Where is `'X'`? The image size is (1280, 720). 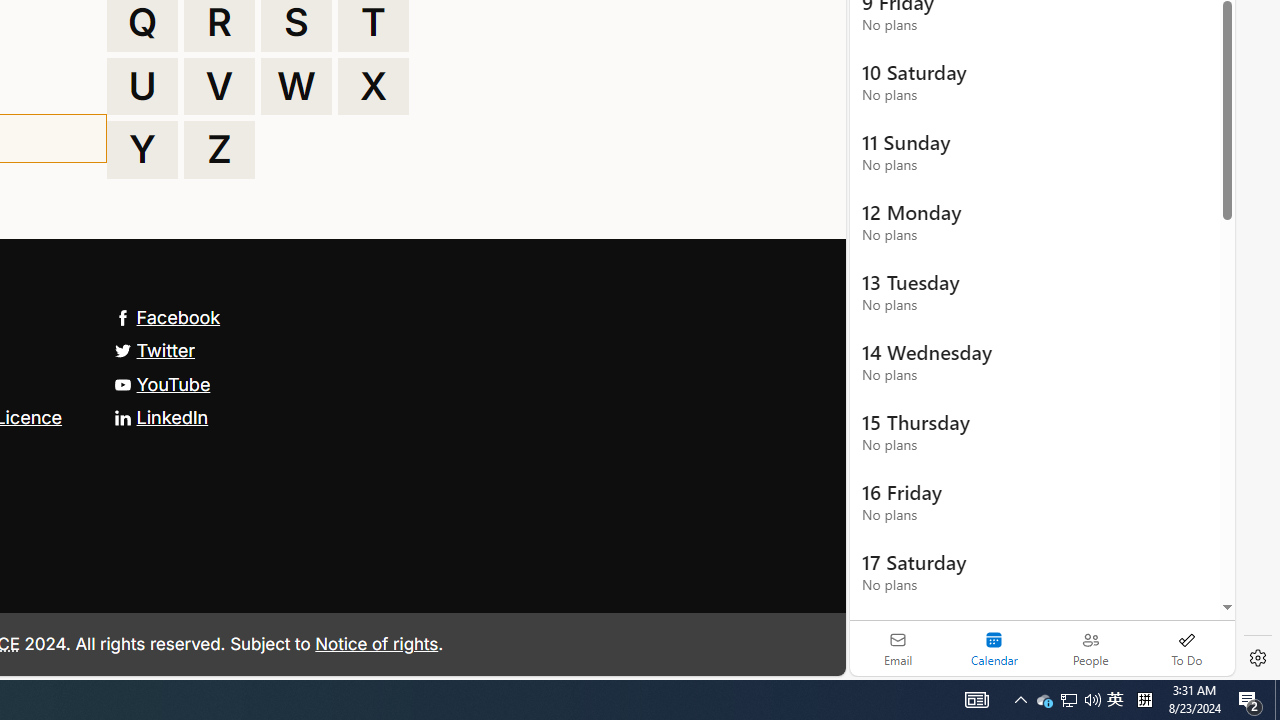 'X' is located at coordinates (373, 85).